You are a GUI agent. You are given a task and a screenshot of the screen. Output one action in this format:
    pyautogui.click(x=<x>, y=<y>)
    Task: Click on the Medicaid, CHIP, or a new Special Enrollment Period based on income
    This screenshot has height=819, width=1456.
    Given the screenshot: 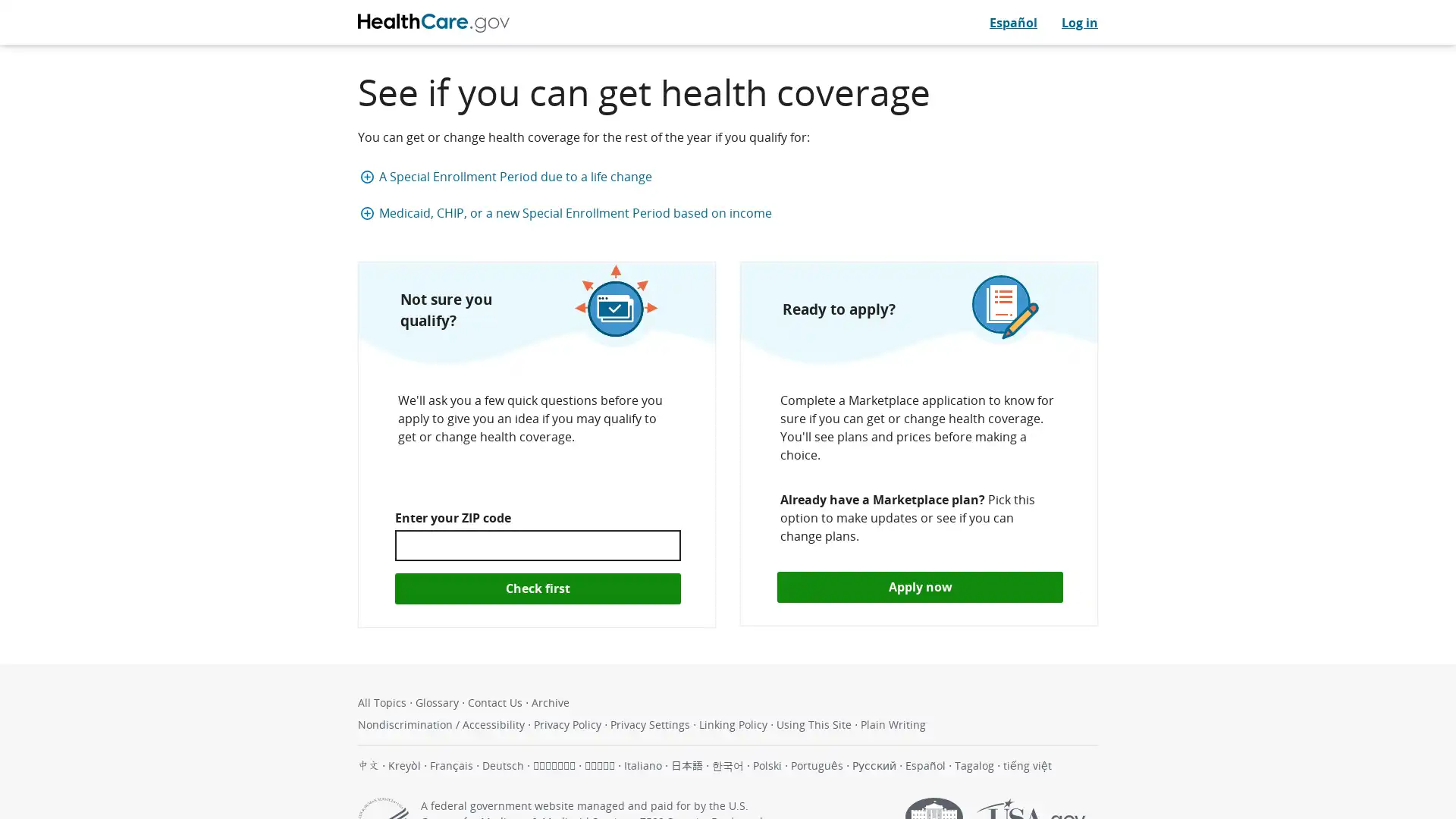 What is the action you would take?
    pyautogui.click(x=731, y=213)
    